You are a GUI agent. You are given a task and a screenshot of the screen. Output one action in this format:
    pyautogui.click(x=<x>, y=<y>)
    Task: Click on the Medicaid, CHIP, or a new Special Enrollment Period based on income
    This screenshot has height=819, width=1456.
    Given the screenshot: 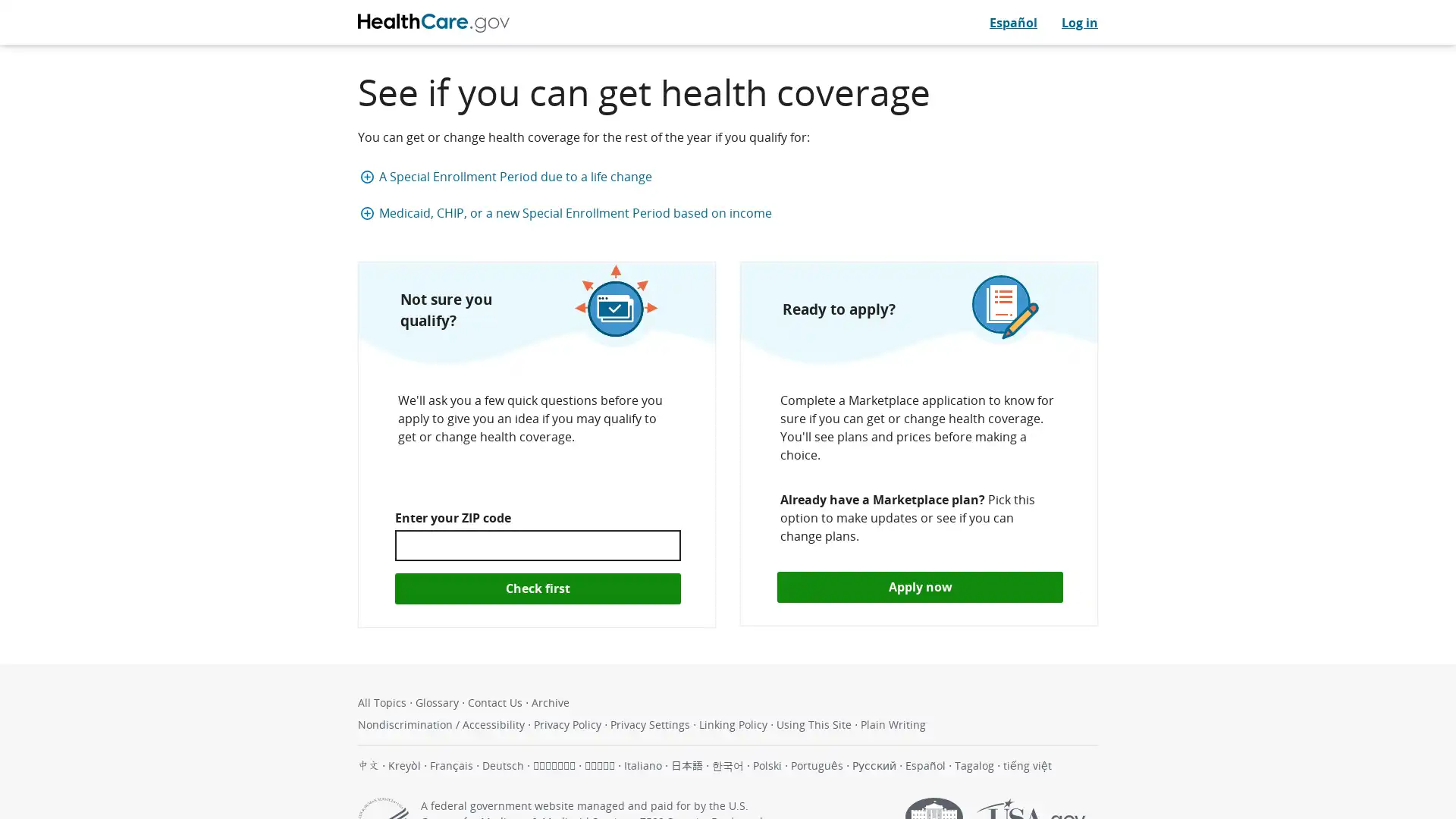 What is the action you would take?
    pyautogui.click(x=731, y=213)
    